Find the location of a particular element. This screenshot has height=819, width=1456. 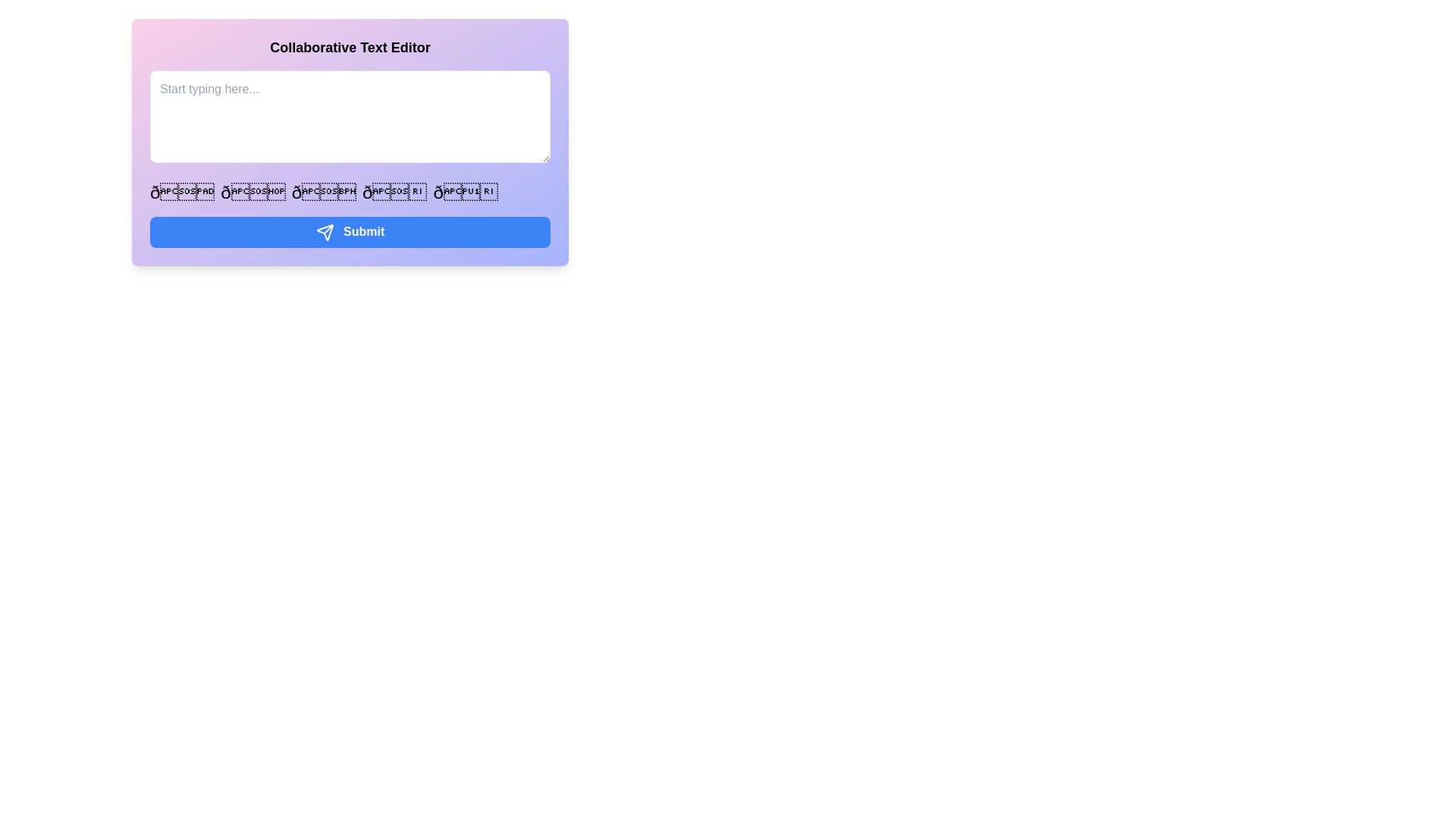

to select the first interactive emoji symbol ('😀') in the horizontal list of emoji items, which is visually distinct due to its vibrant coloring and larger font size is located at coordinates (182, 192).